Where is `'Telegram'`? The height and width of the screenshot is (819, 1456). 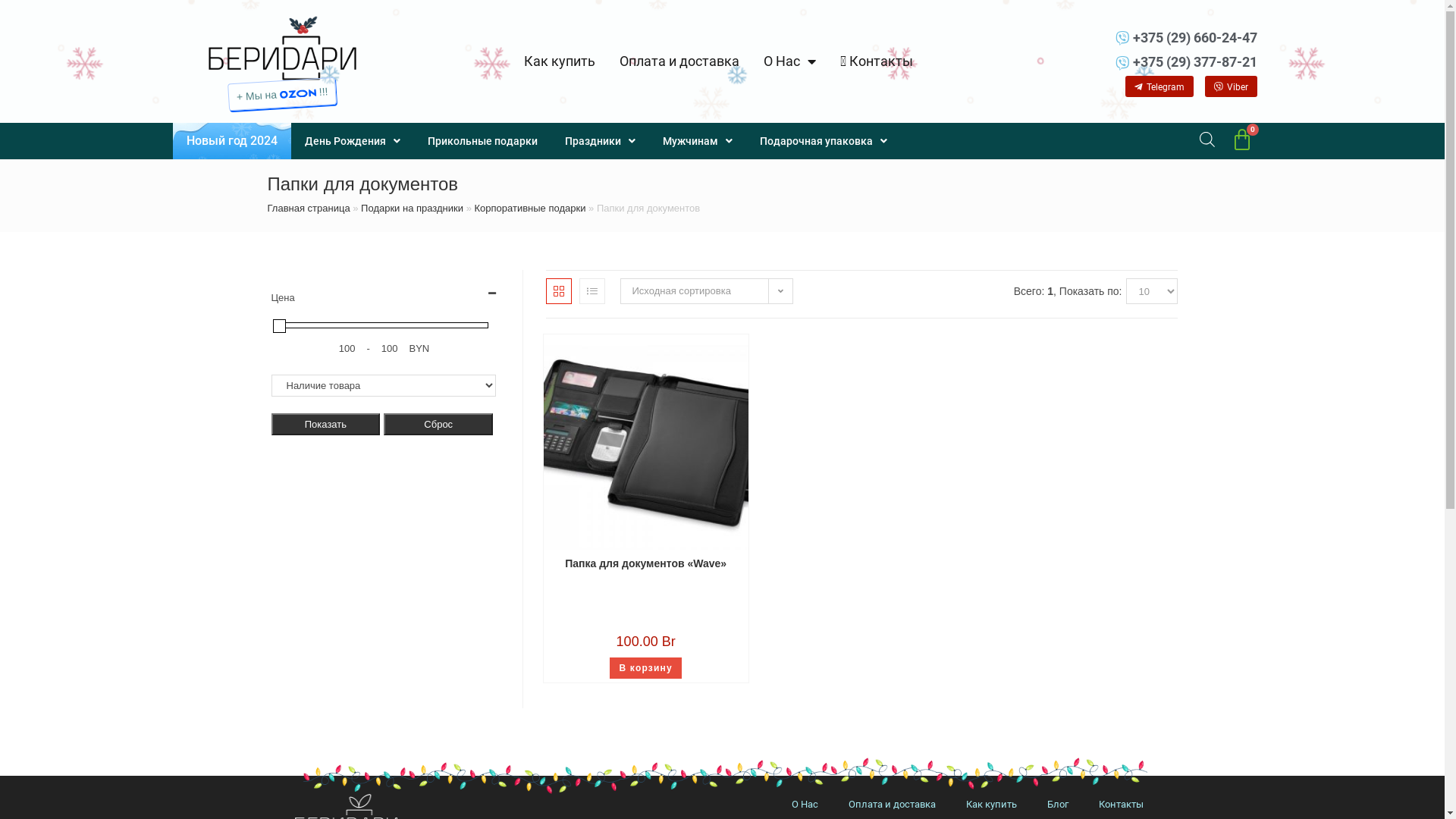
'Telegram' is located at coordinates (1159, 86).